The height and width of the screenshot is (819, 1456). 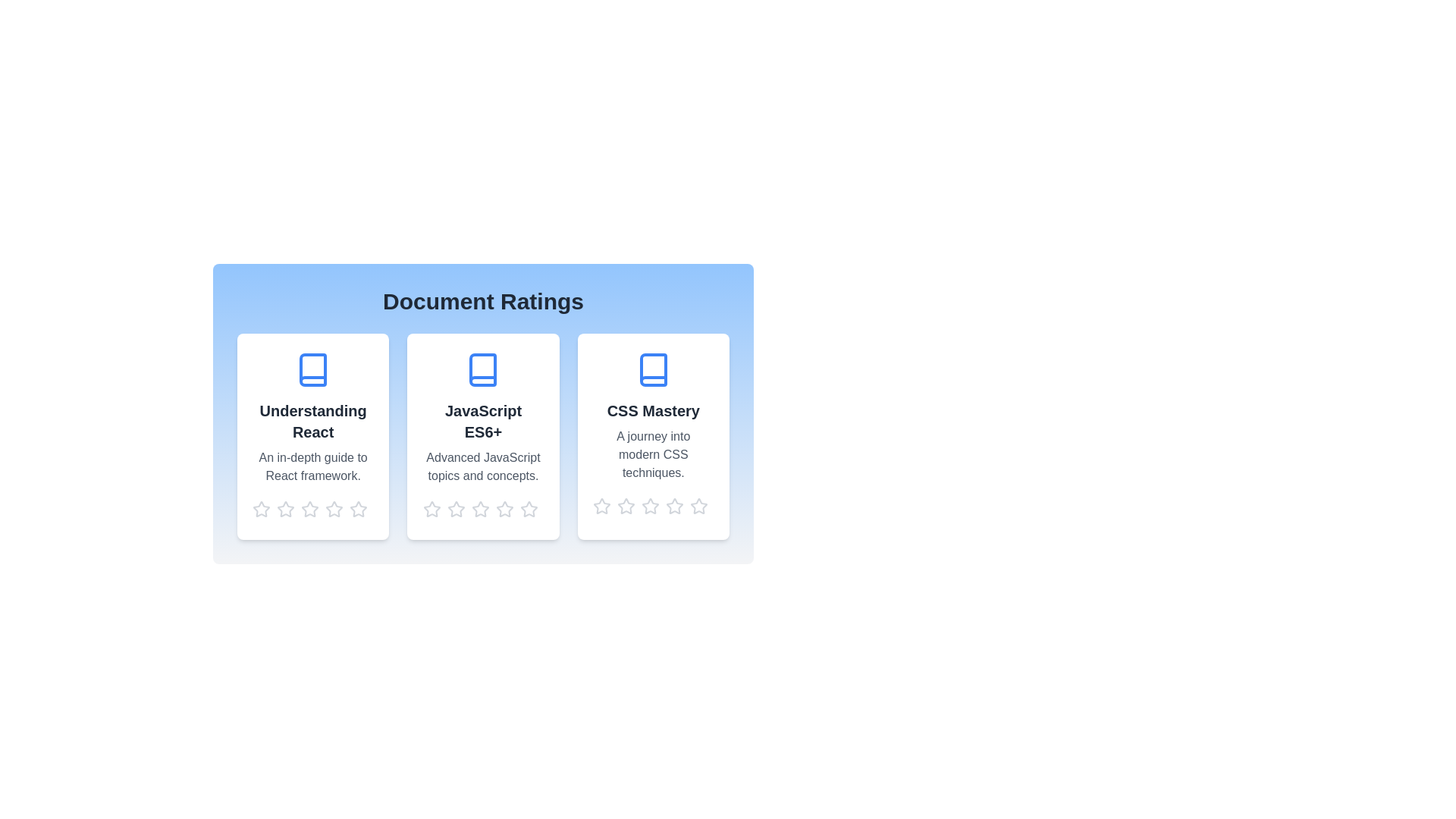 I want to click on the document icon for the document titled CSS Mastery, so click(x=653, y=370).